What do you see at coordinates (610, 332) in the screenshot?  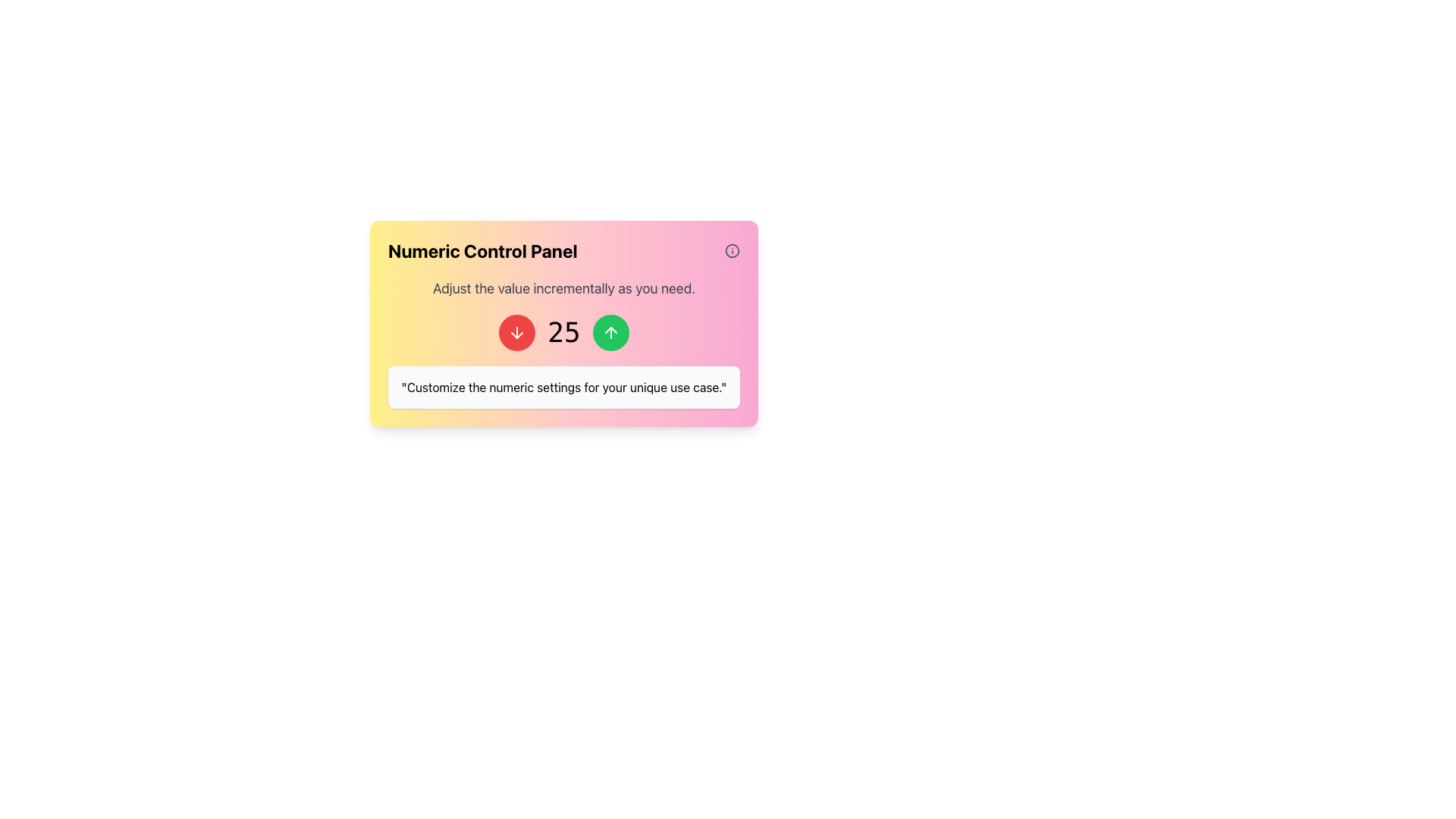 I see `the circular button with a green background and a white upward arrow icon, located at the far right of the Numeric Control Panel, to increment the number` at bounding box center [610, 332].